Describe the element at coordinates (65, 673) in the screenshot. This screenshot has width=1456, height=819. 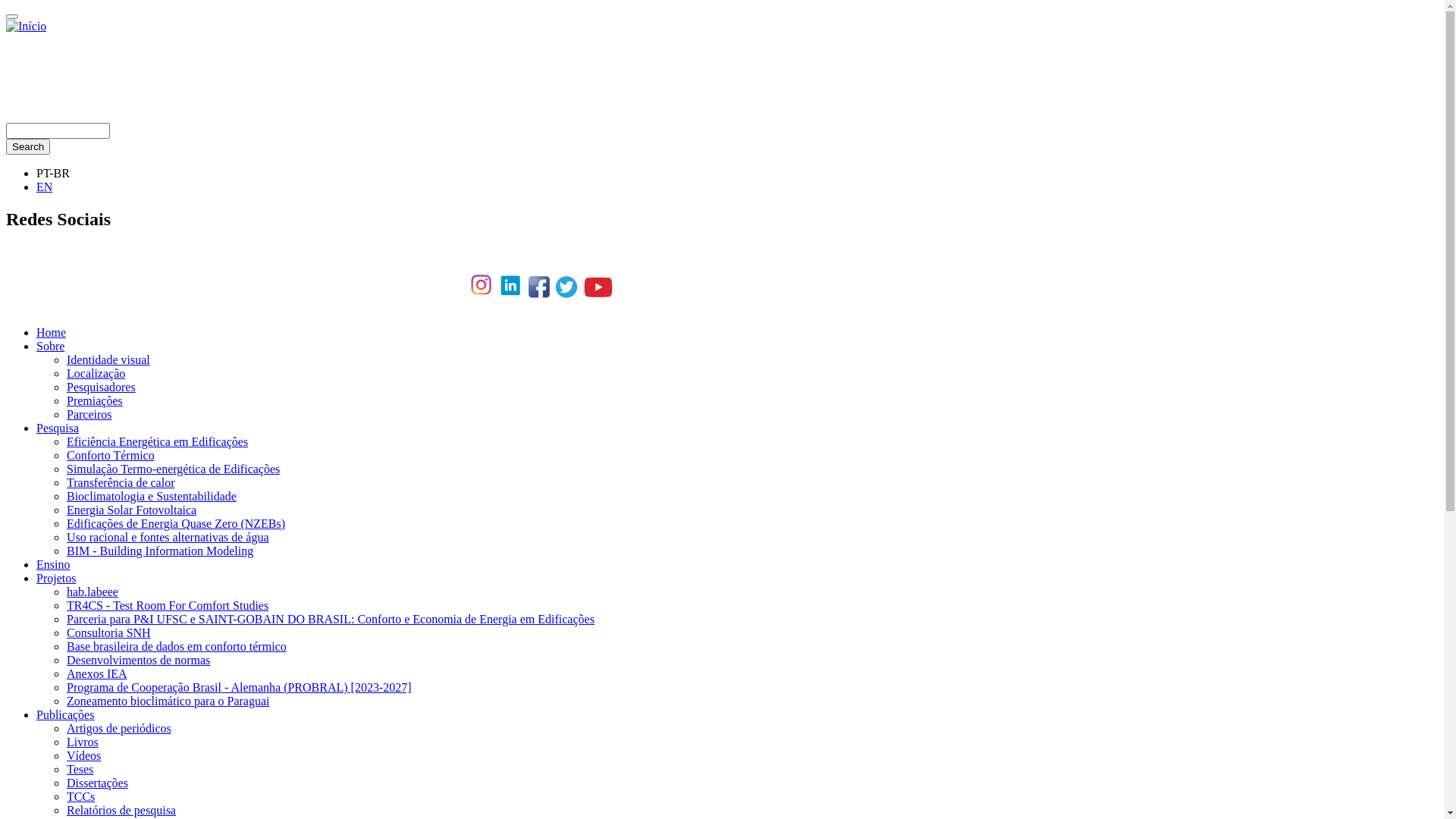
I see `'Anexos IEA'` at that location.